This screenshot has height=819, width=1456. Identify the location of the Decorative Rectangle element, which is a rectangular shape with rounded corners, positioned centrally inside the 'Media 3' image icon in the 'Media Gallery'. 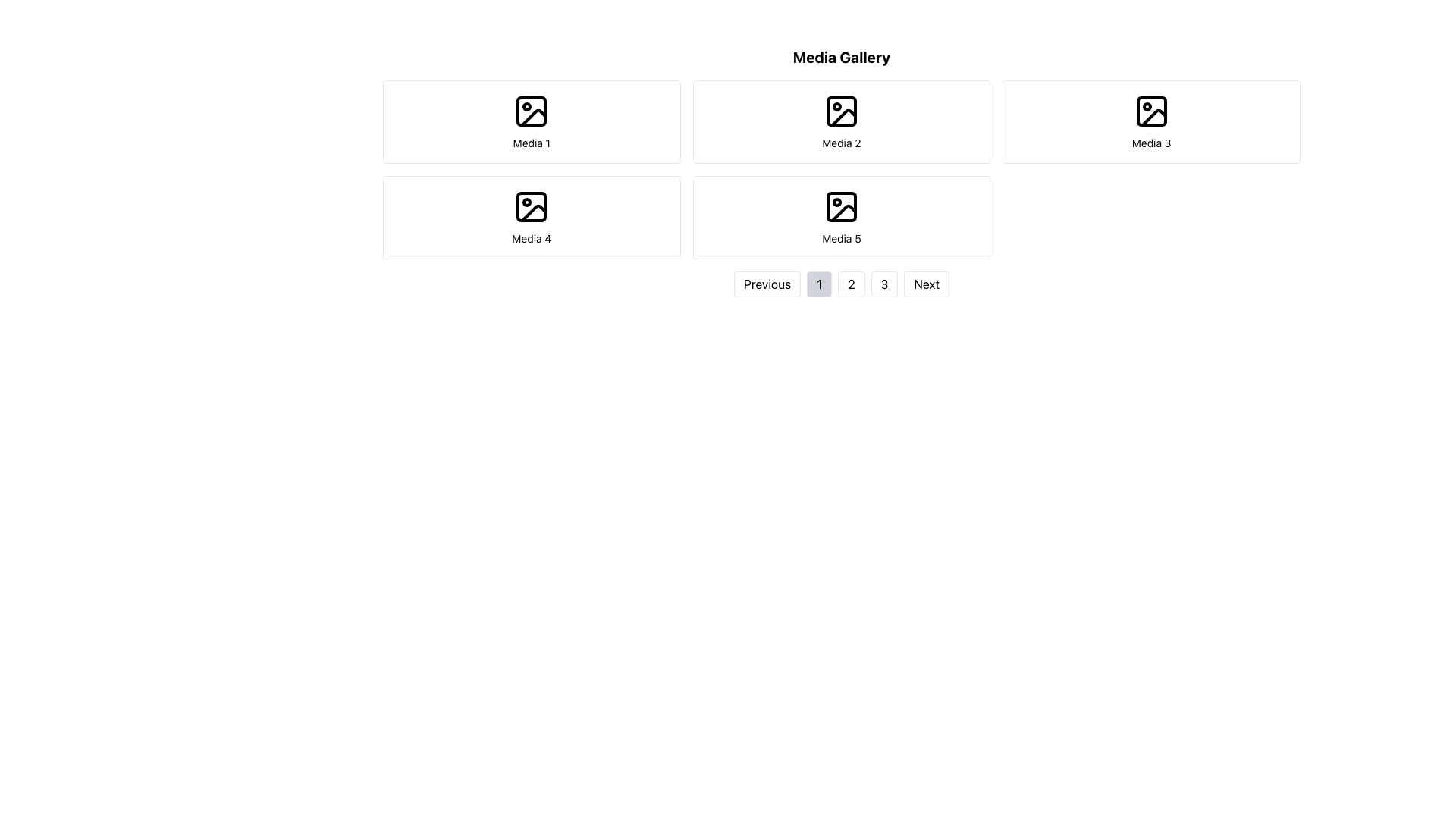
(1151, 110).